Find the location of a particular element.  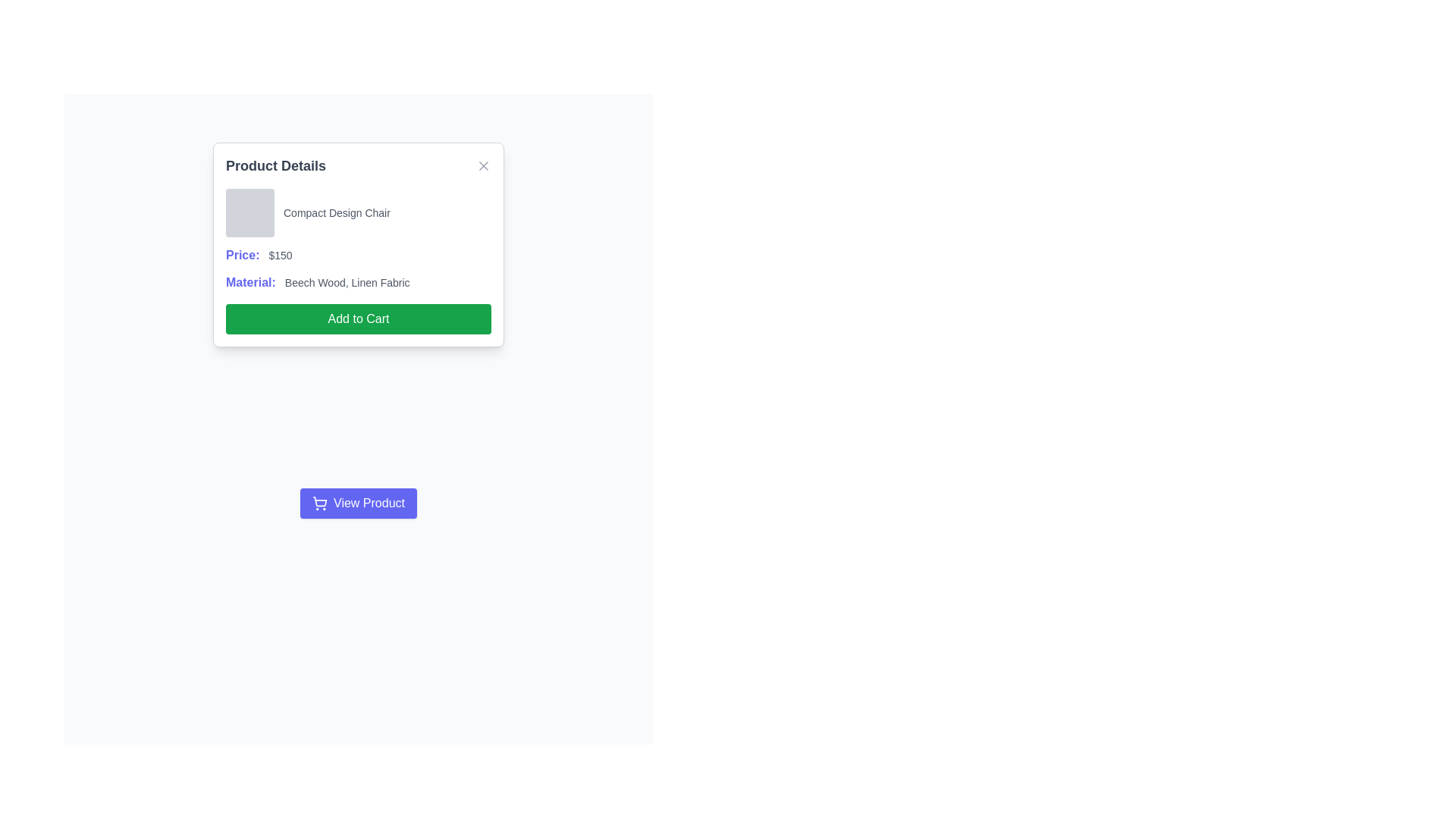

the shopping cart graphic icon within the View Product button, which is the central shape in the SVG icon is located at coordinates (319, 501).